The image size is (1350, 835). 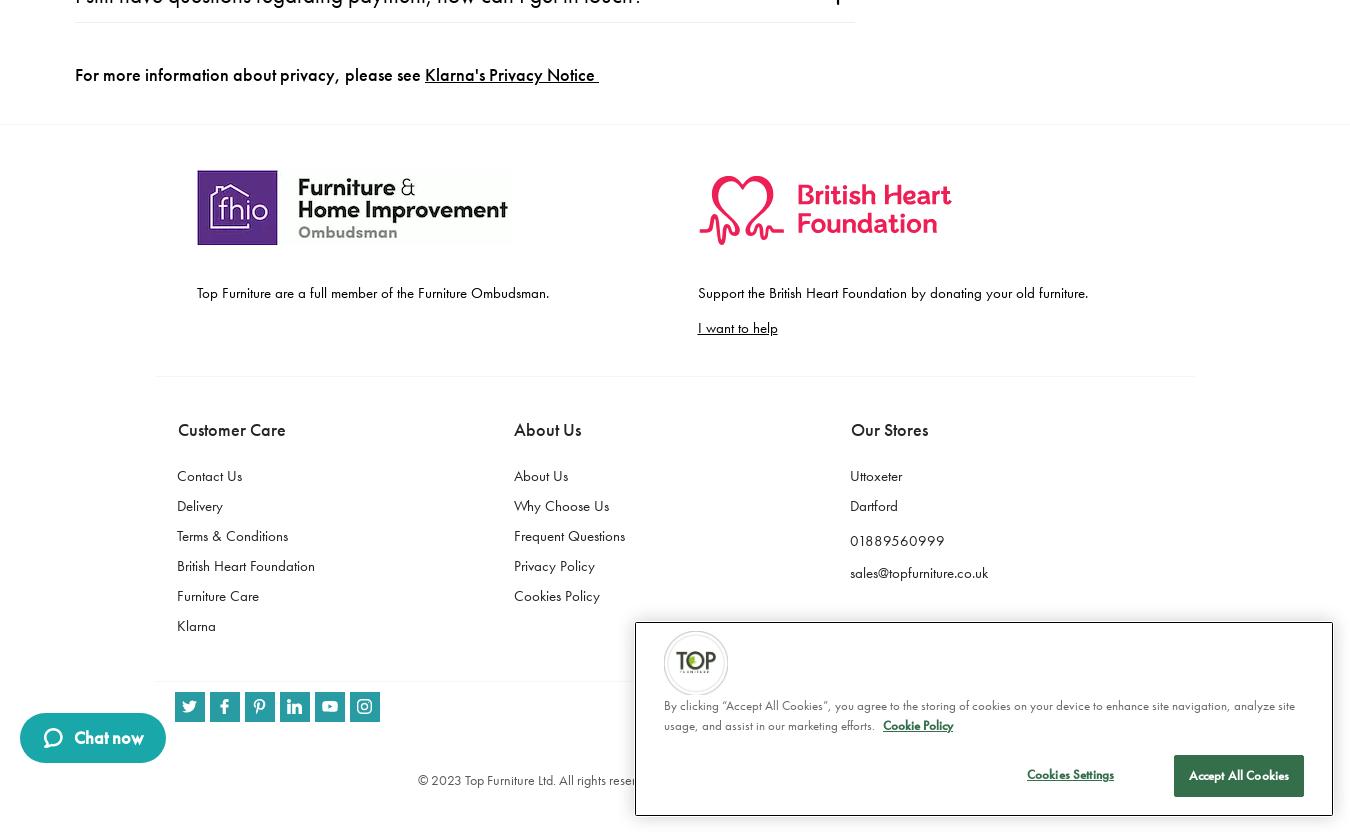 What do you see at coordinates (917, 69) in the screenshot?
I see `'sales@topfurniture.co.uk'` at bounding box center [917, 69].